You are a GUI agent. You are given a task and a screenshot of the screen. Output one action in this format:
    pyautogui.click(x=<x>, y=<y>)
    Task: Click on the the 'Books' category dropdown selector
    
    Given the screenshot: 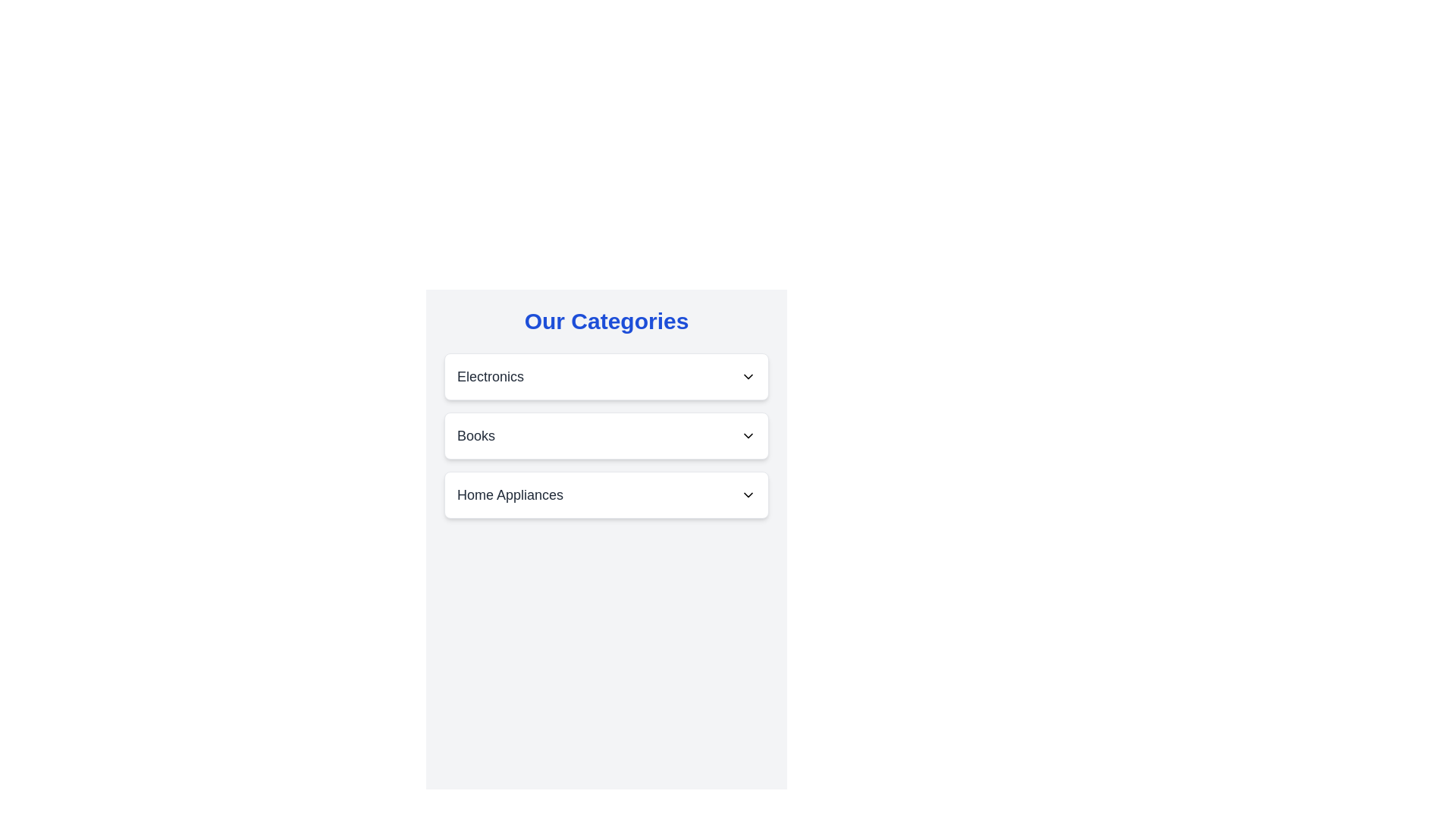 What is the action you would take?
    pyautogui.click(x=607, y=435)
    